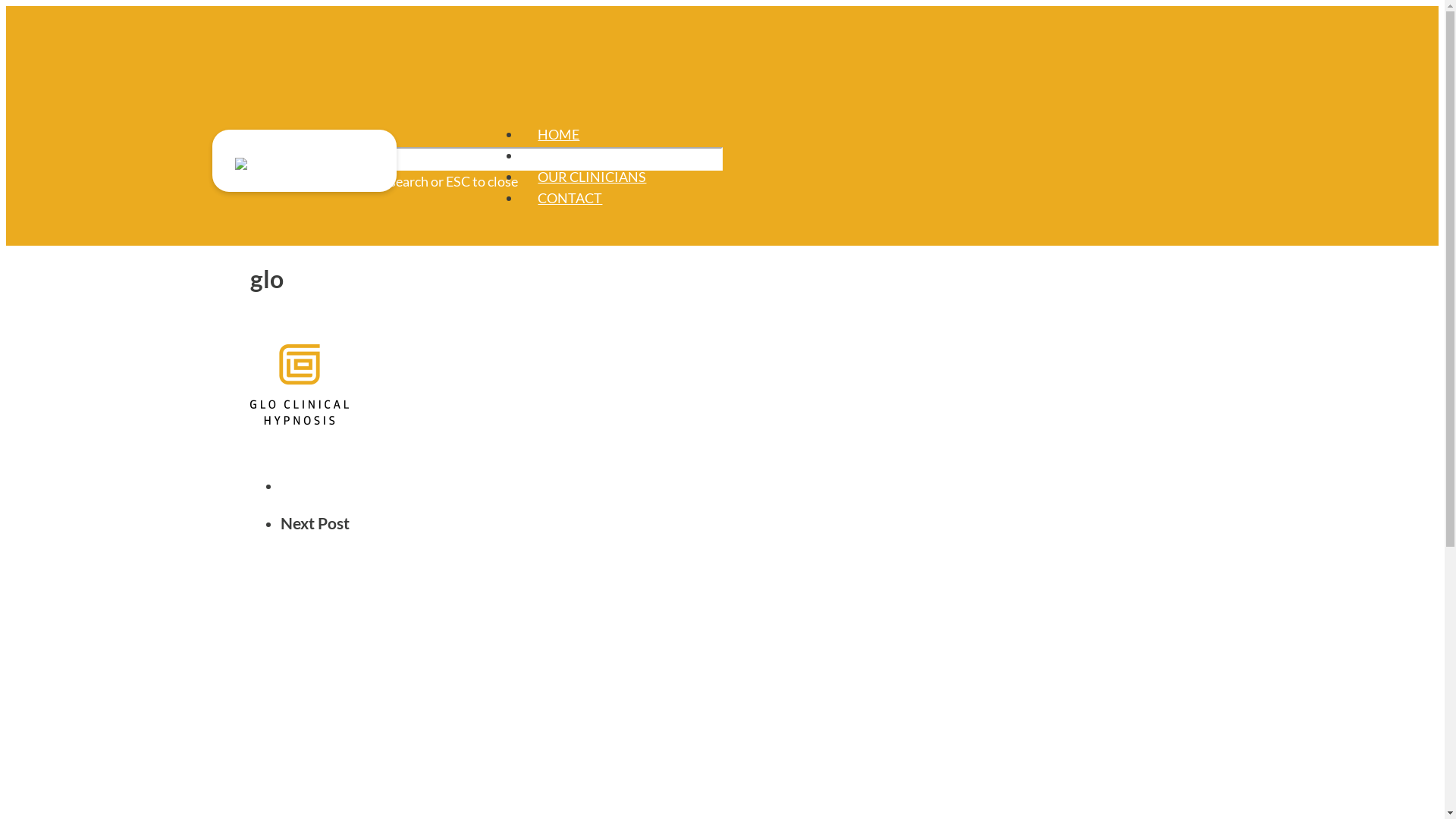 Image resolution: width=1456 pixels, height=819 pixels. What do you see at coordinates (538, 133) in the screenshot?
I see `'HOME'` at bounding box center [538, 133].